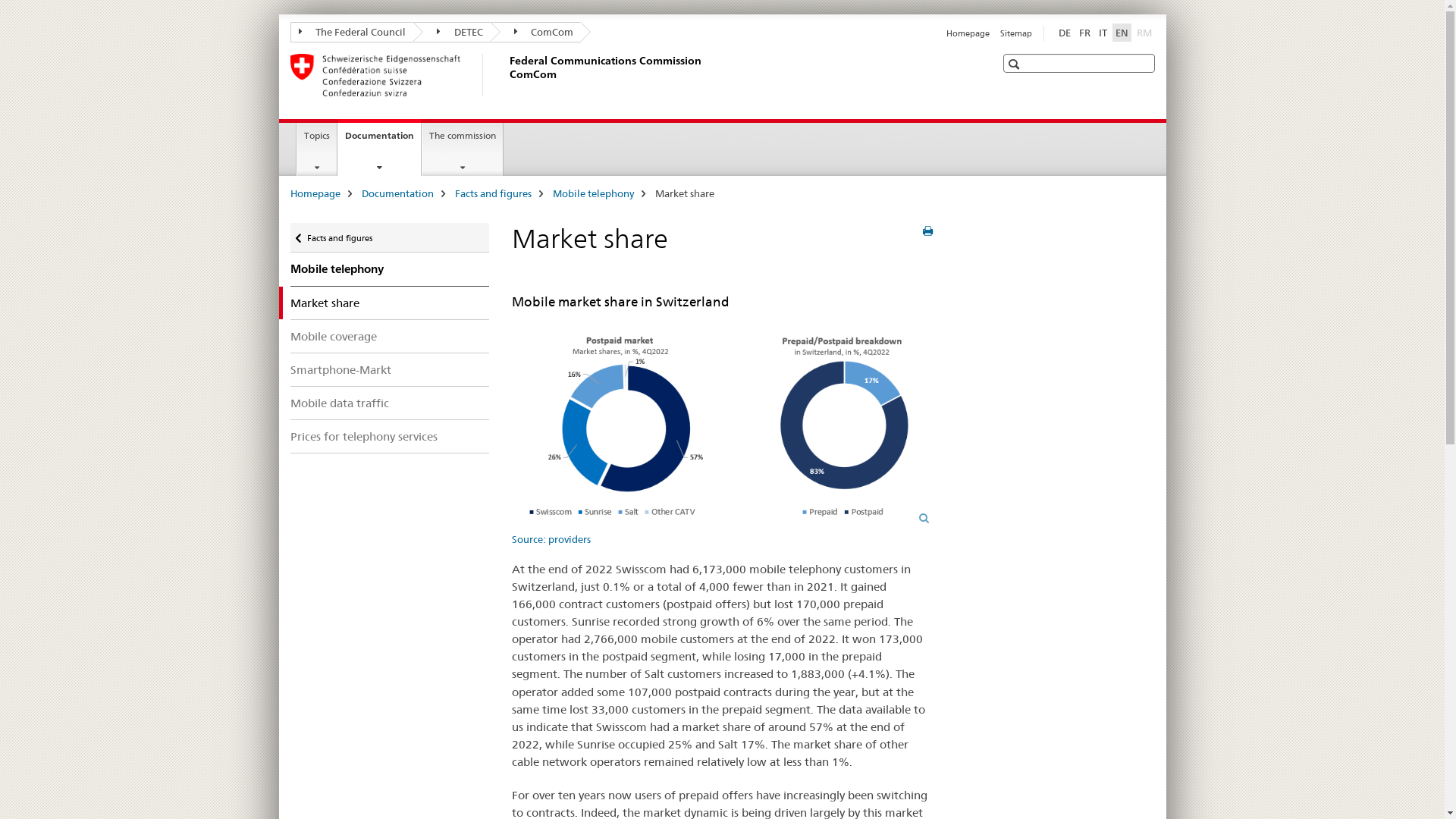  Describe the element at coordinates (389, 402) in the screenshot. I see `'Mobile data traffic'` at that location.